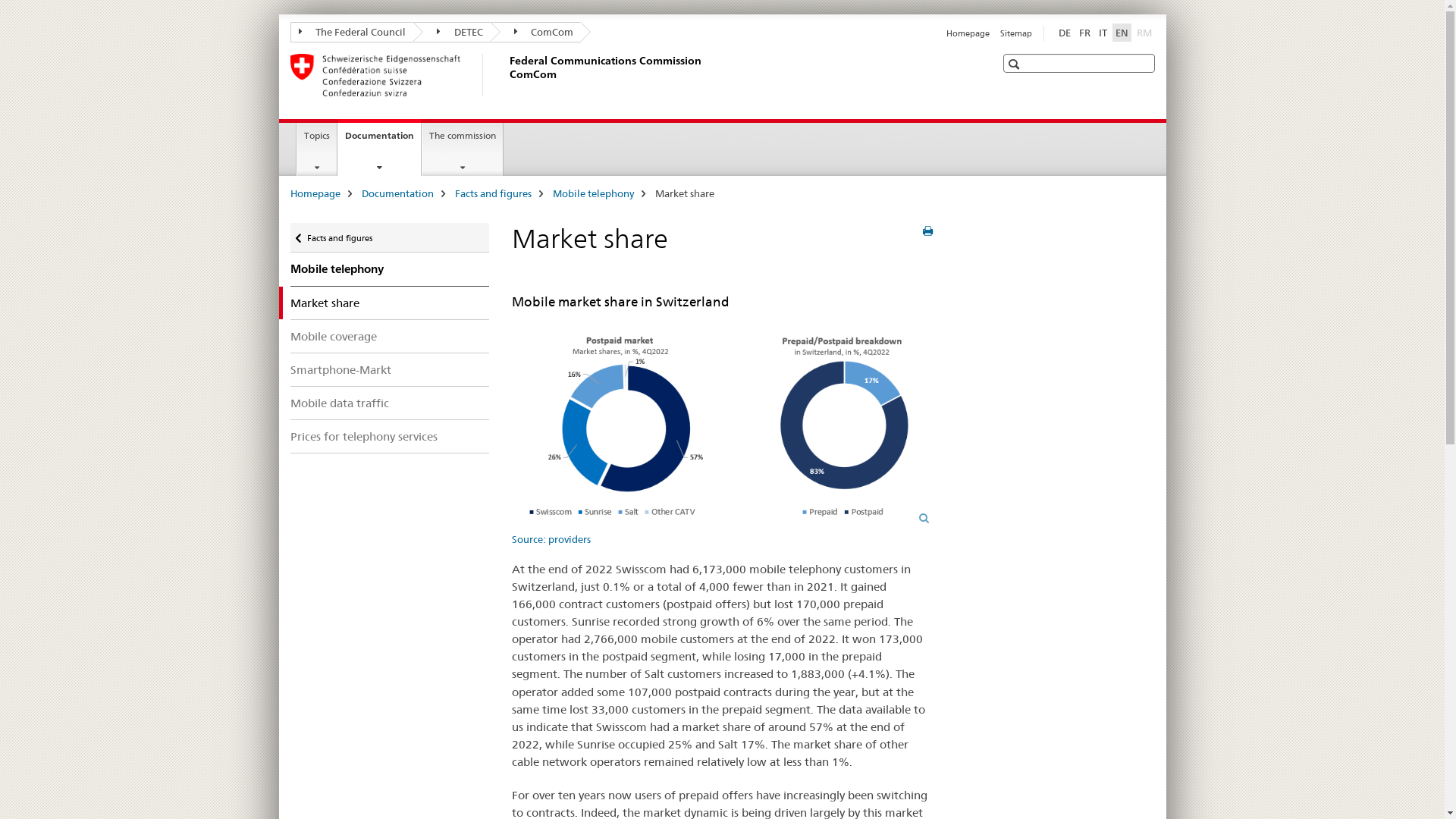  Describe the element at coordinates (389, 402) in the screenshot. I see `'Mobile data traffic'` at that location.